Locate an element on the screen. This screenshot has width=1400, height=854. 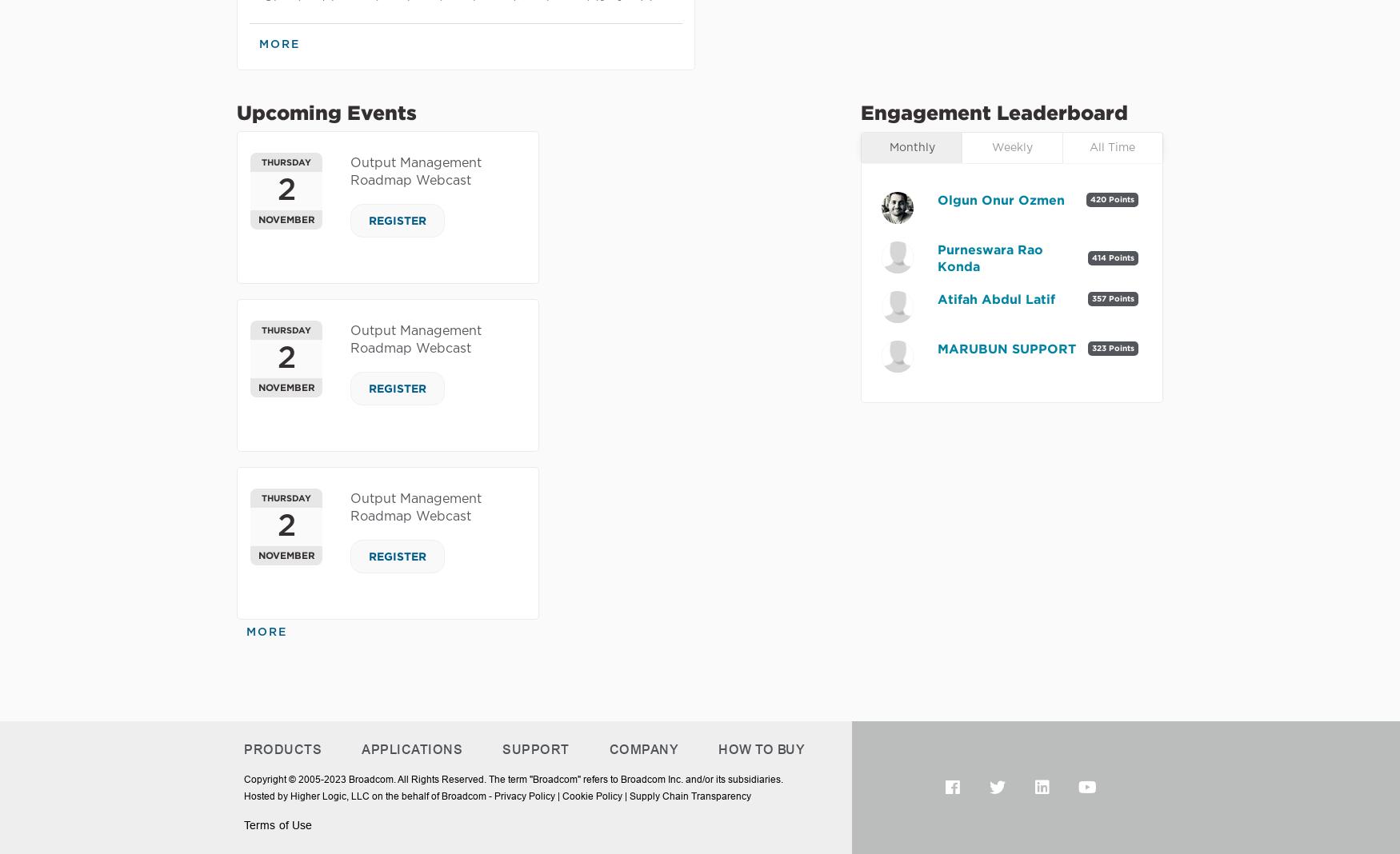
'Company' is located at coordinates (642, 748).